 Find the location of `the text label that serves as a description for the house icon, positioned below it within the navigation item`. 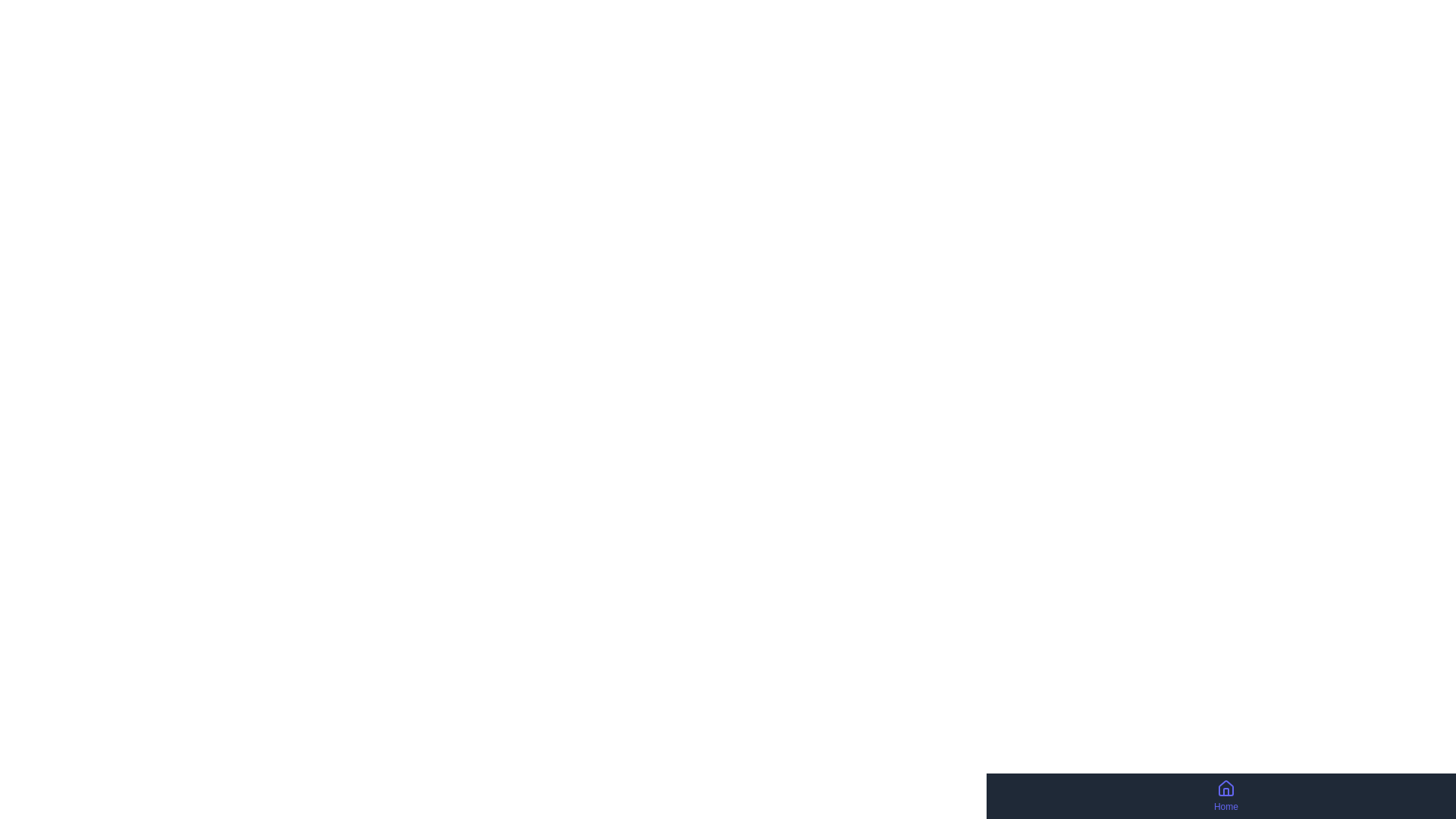

the text label that serves as a description for the house icon, positioned below it within the navigation item is located at coordinates (1225, 806).